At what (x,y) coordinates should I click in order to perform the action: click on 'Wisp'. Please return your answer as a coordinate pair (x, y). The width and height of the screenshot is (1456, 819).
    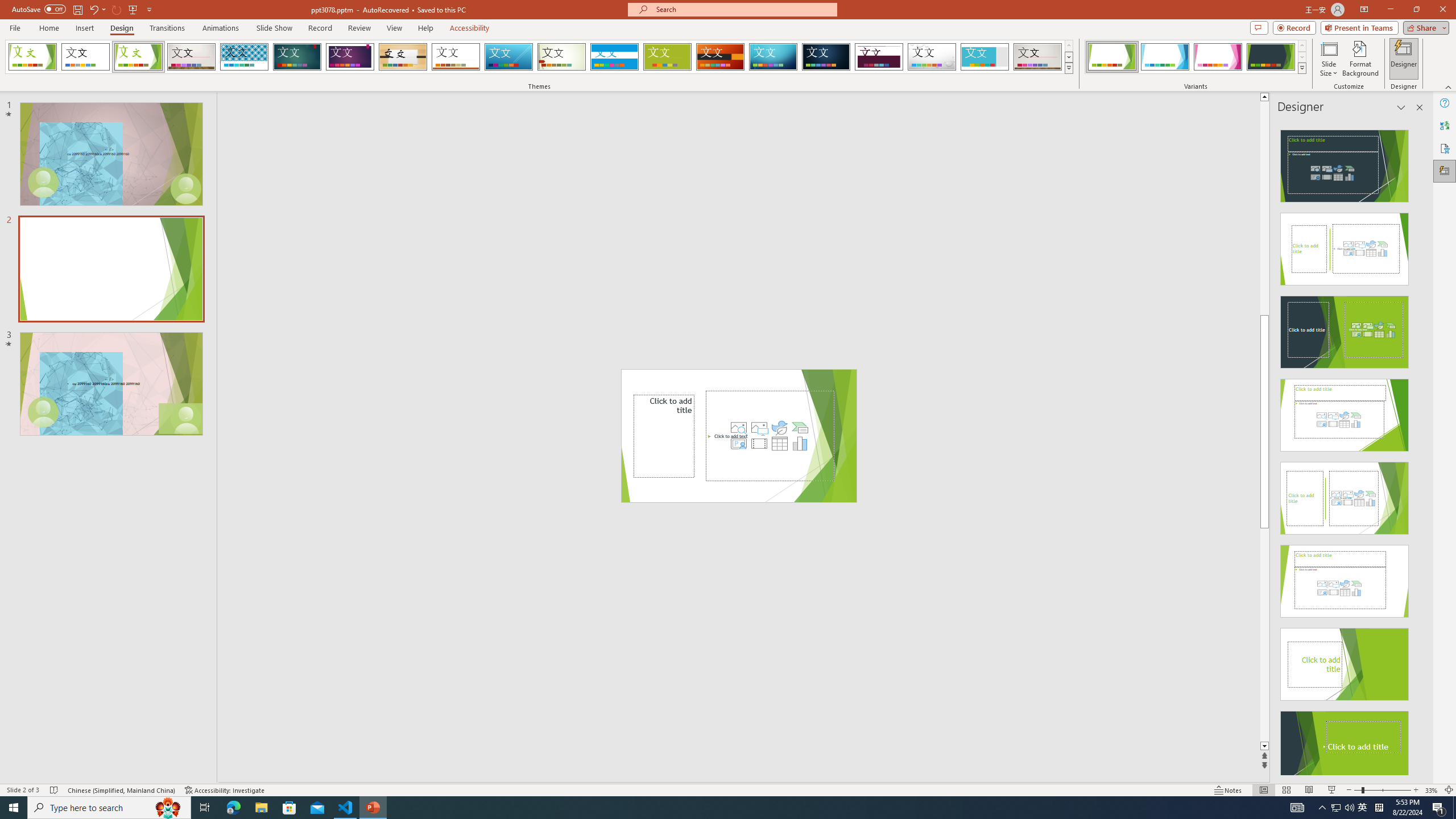
    Looking at the image, I should click on (561, 56).